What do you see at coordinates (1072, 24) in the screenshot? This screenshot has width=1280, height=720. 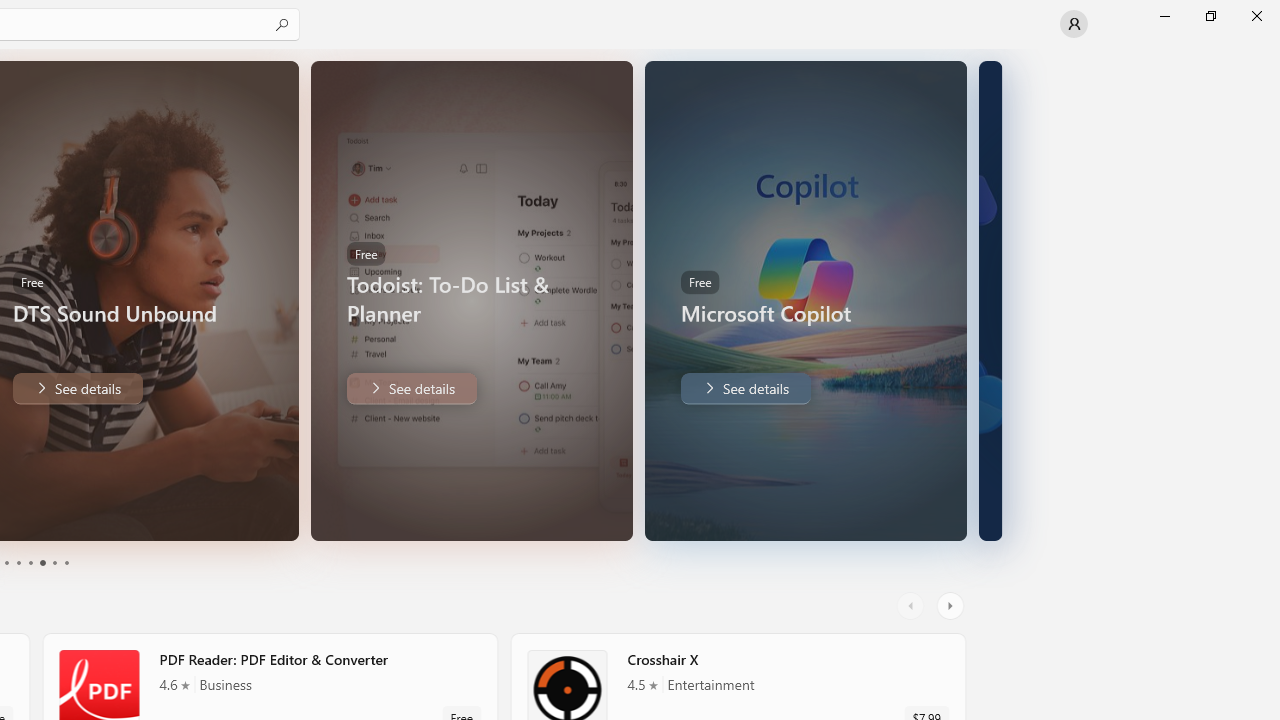 I see `'User profile'` at bounding box center [1072, 24].